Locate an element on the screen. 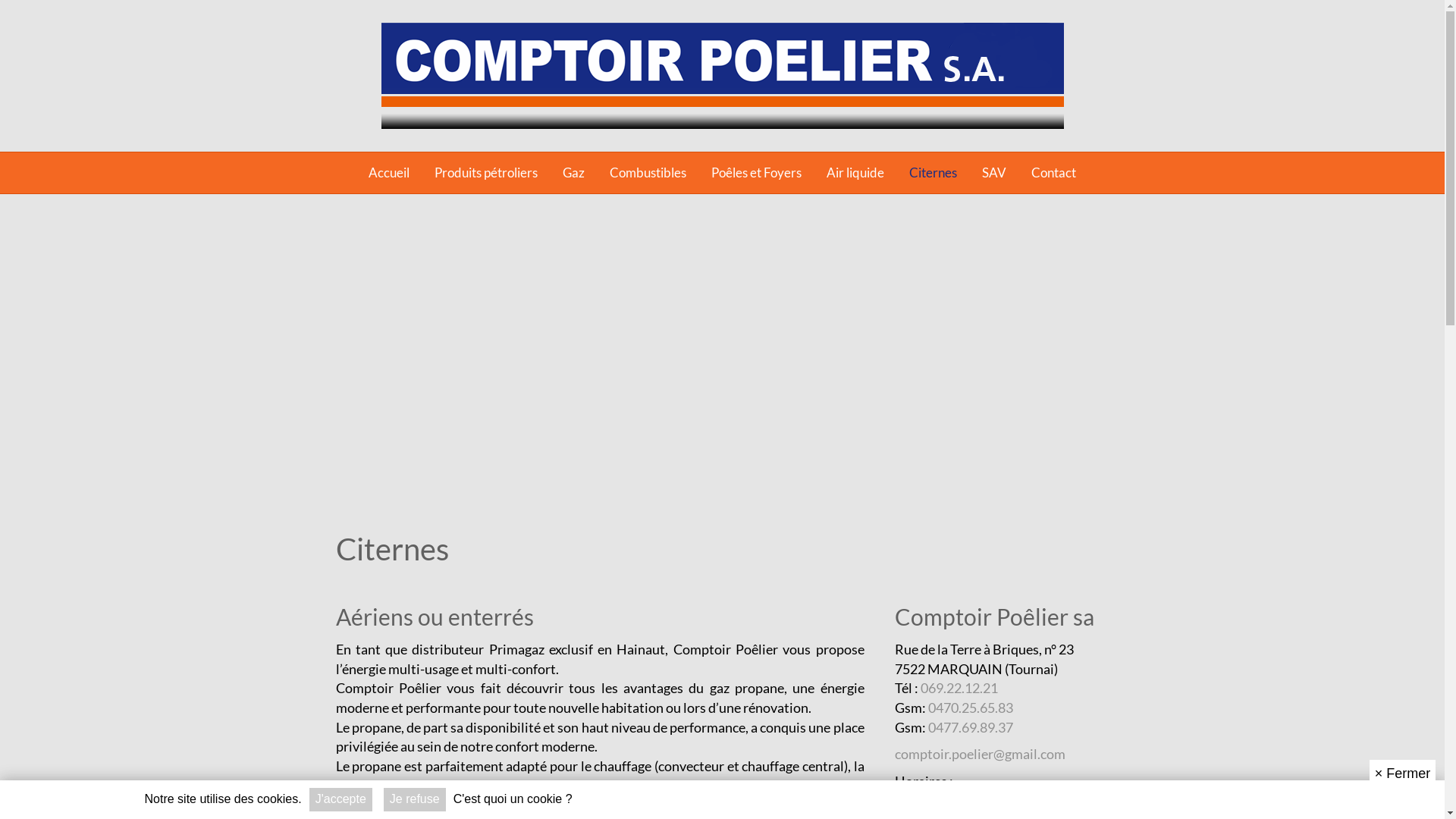  'C'est quoi un cookie ?' is located at coordinates (453, 799).